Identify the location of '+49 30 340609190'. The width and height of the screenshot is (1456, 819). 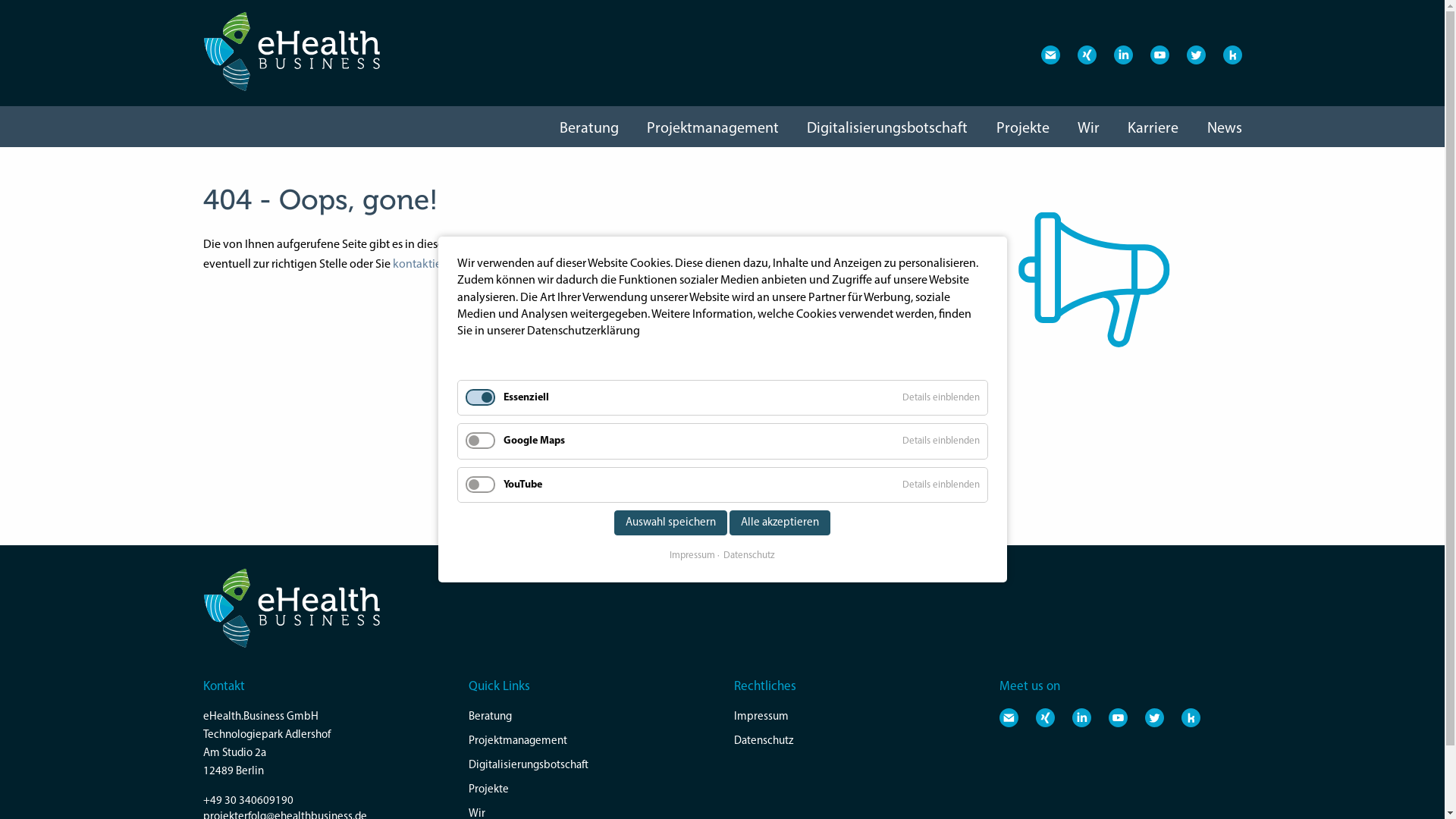
(248, 800).